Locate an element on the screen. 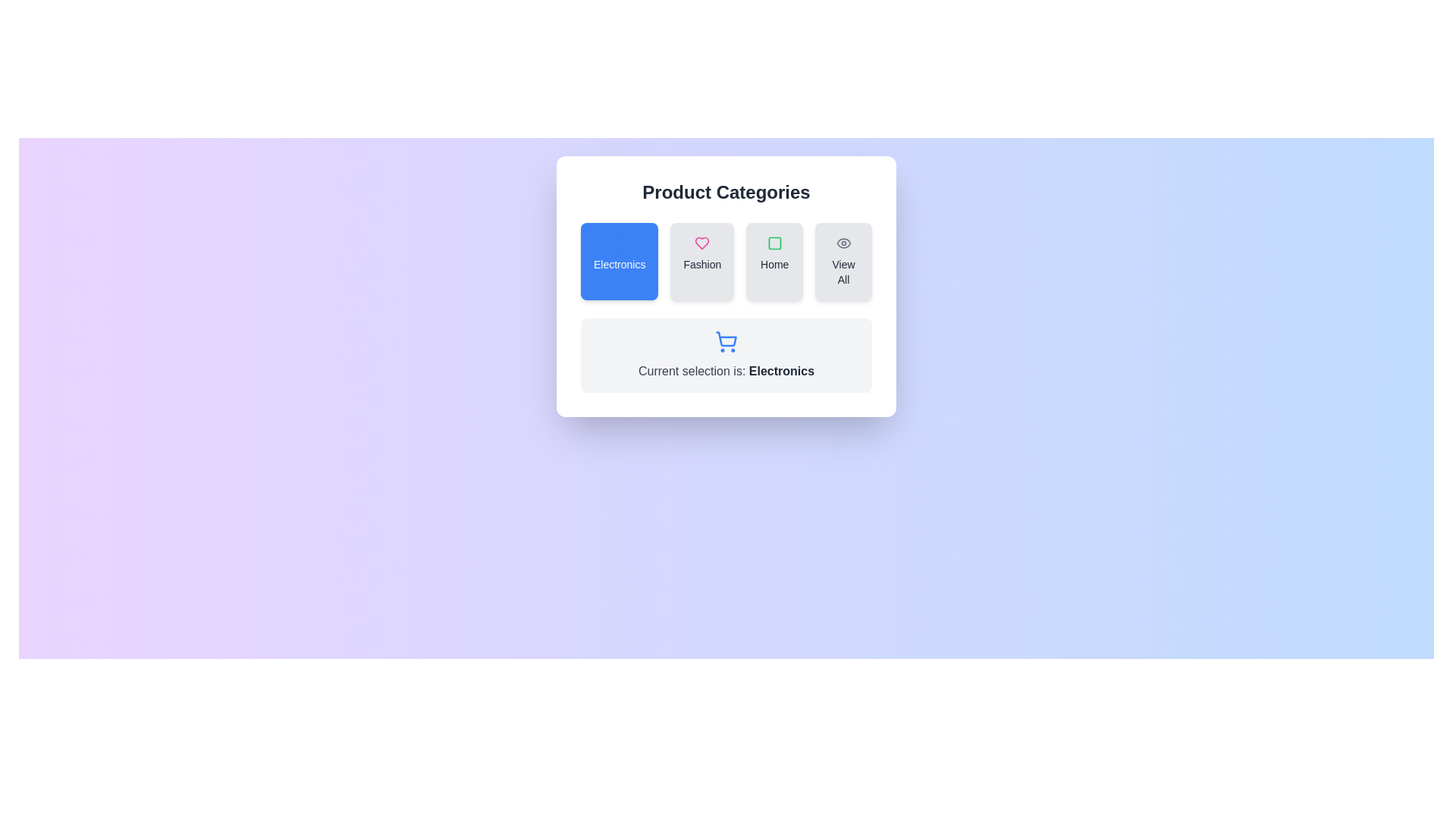 This screenshot has width=1456, height=819. the heart icon with a pink border and transparent interior, which represents a 'like' or 'favorite' action is located at coordinates (701, 242).